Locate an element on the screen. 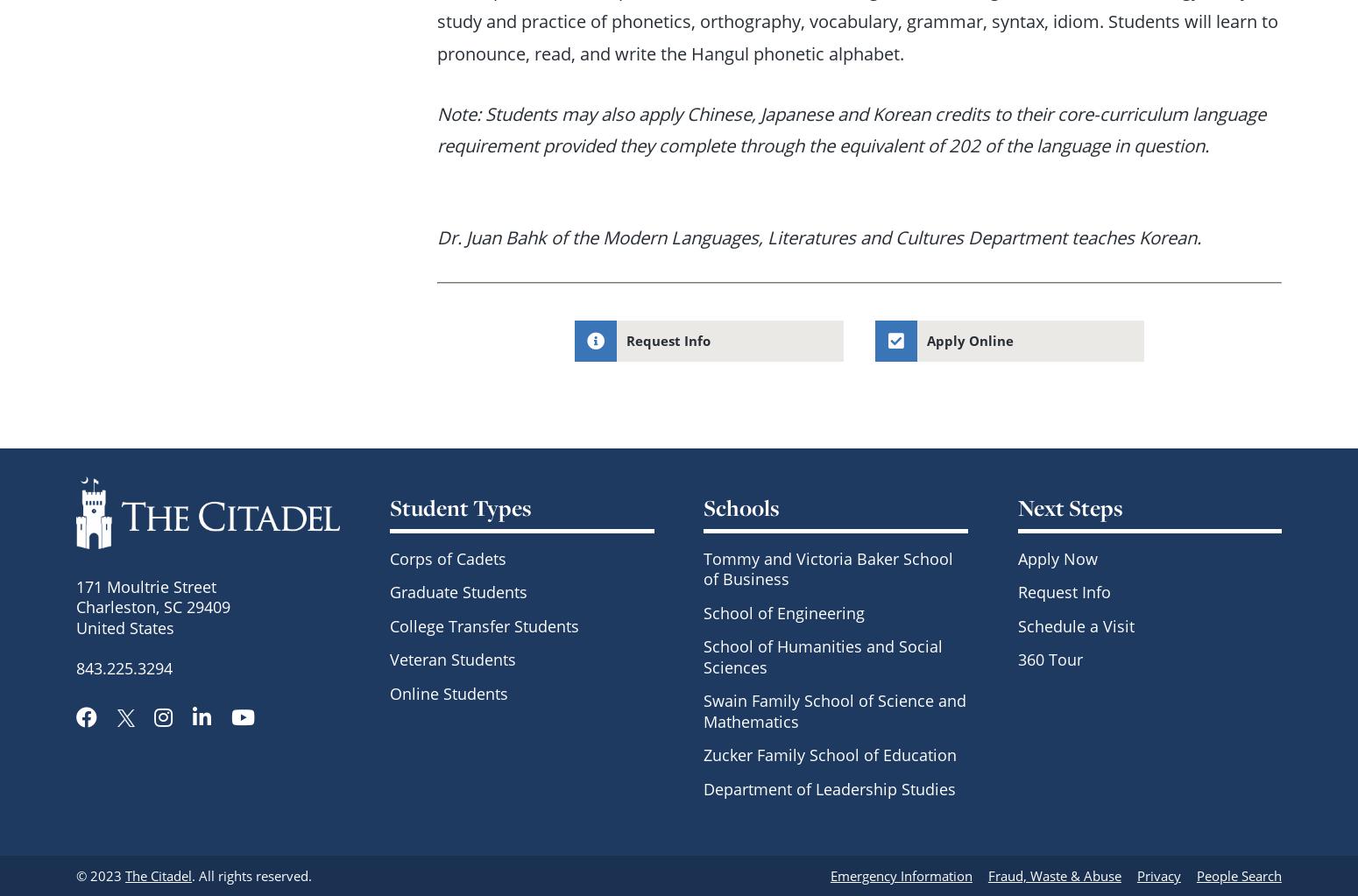 This screenshot has width=1358, height=896. 'Student Types' is located at coordinates (460, 506).